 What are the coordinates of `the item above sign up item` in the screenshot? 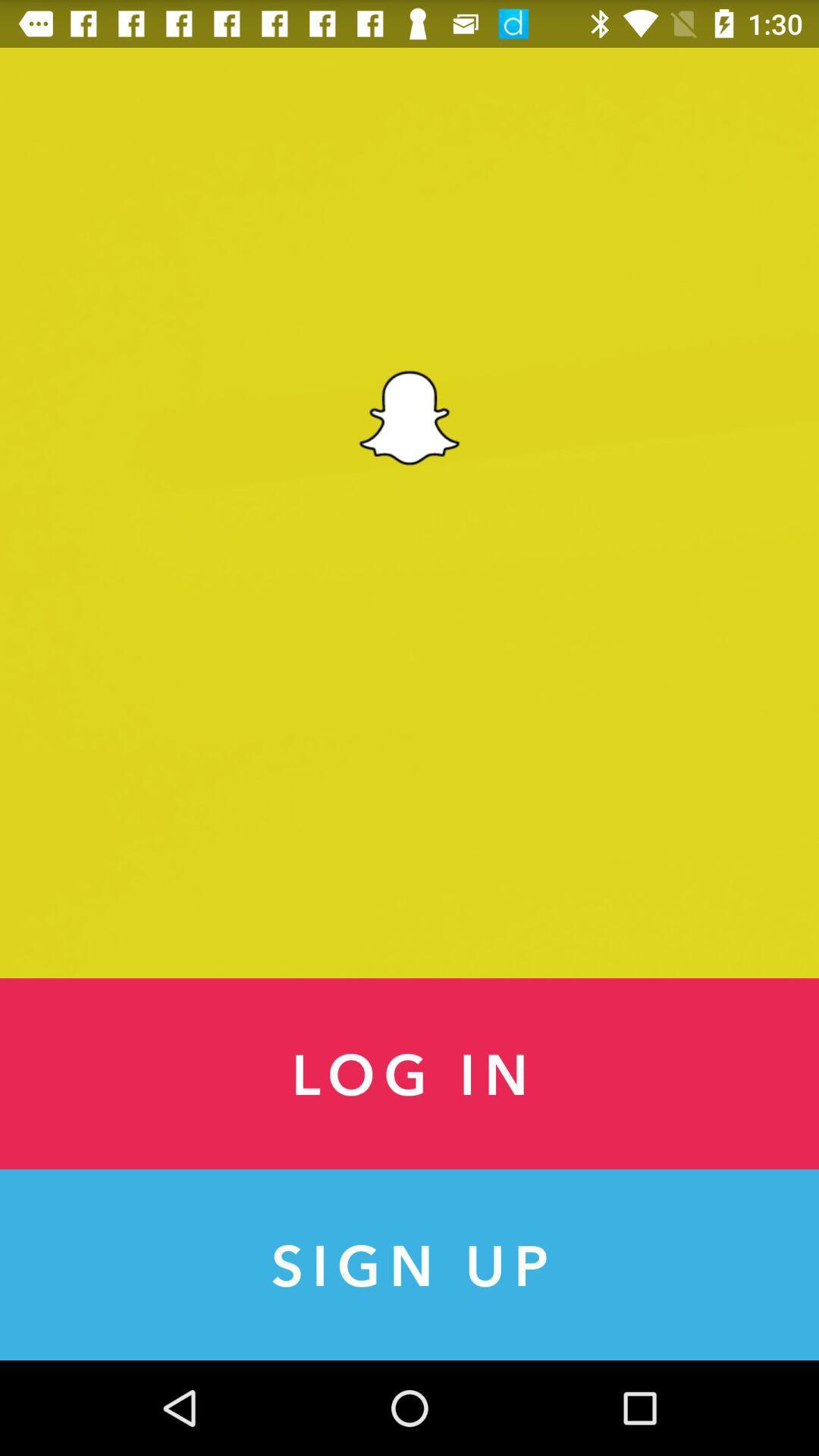 It's located at (409, 1073).